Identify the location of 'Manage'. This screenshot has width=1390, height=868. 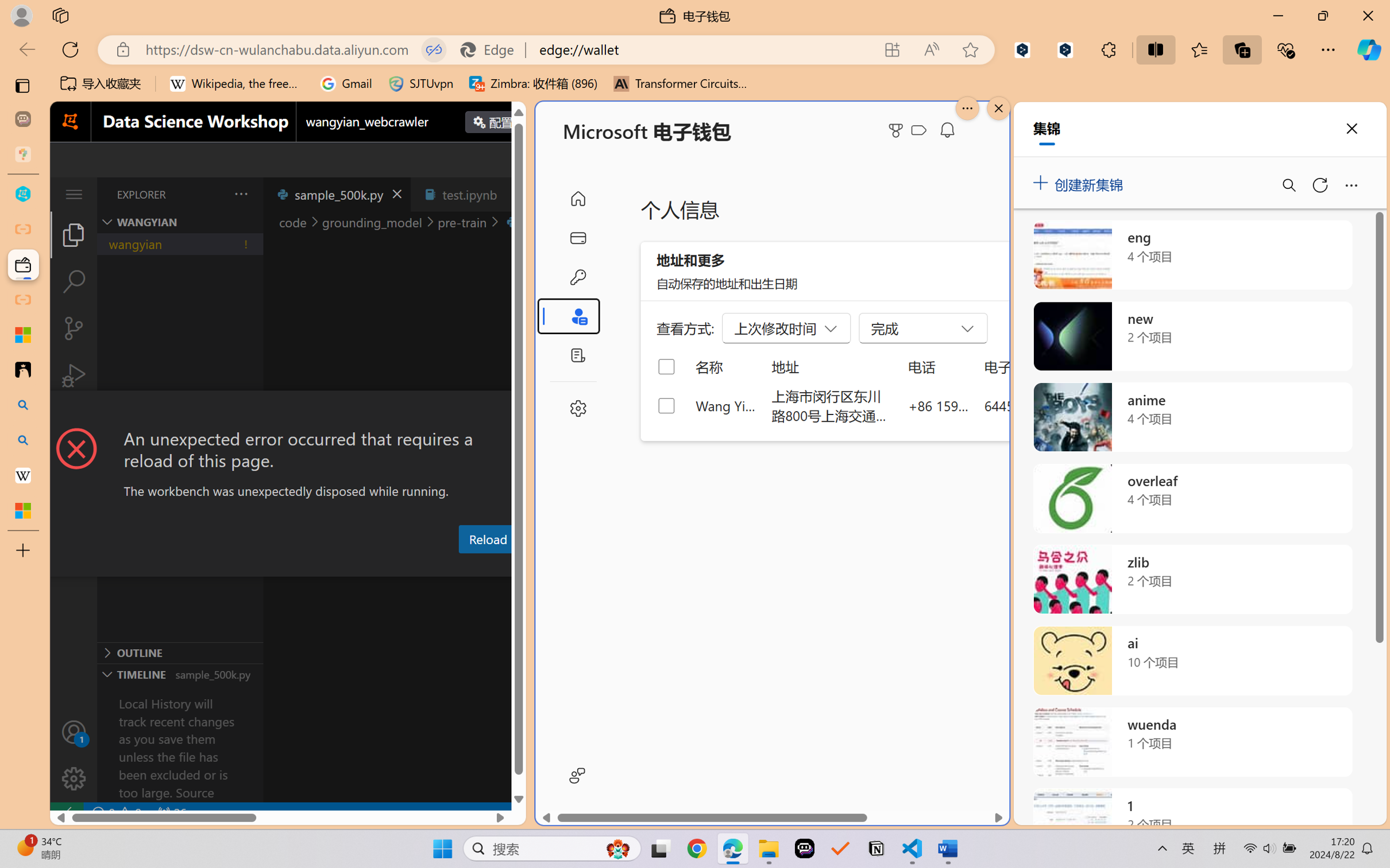
(73, 754).